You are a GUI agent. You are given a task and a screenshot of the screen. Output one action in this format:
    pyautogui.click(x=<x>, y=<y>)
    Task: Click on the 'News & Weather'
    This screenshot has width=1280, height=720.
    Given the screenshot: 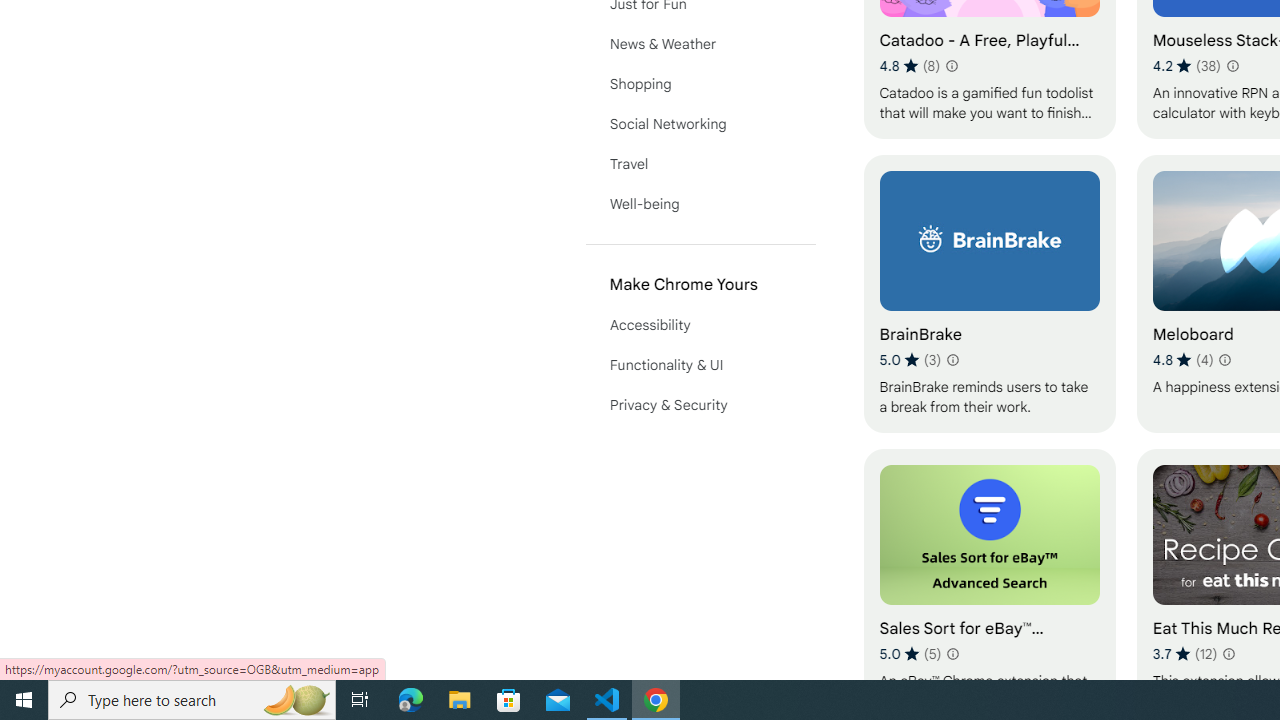 What is the action you would take?
    pyautogui.click(x=700, y=43)
    